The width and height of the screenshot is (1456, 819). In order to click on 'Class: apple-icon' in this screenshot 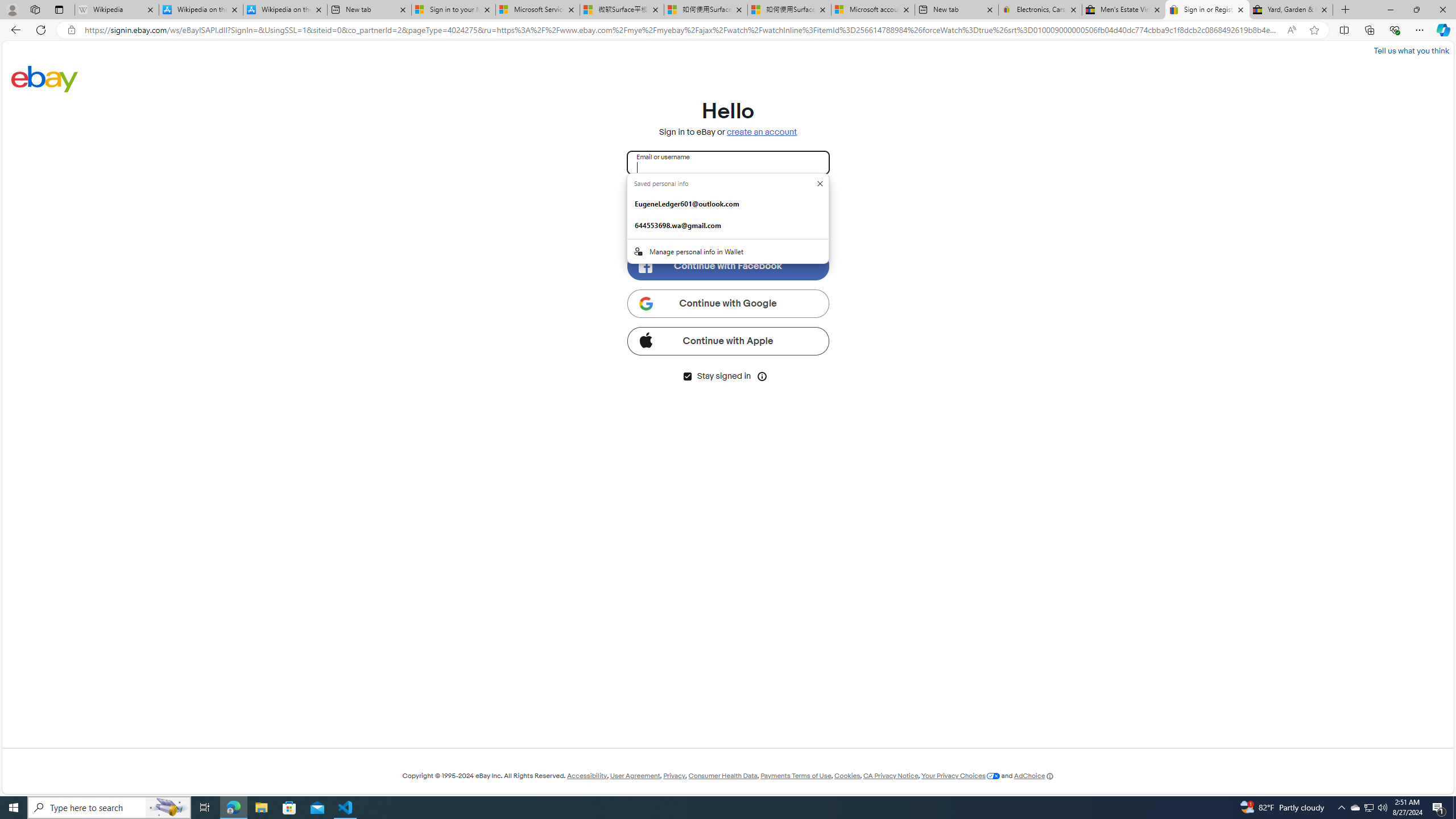, I will do `click(645, 338)`.